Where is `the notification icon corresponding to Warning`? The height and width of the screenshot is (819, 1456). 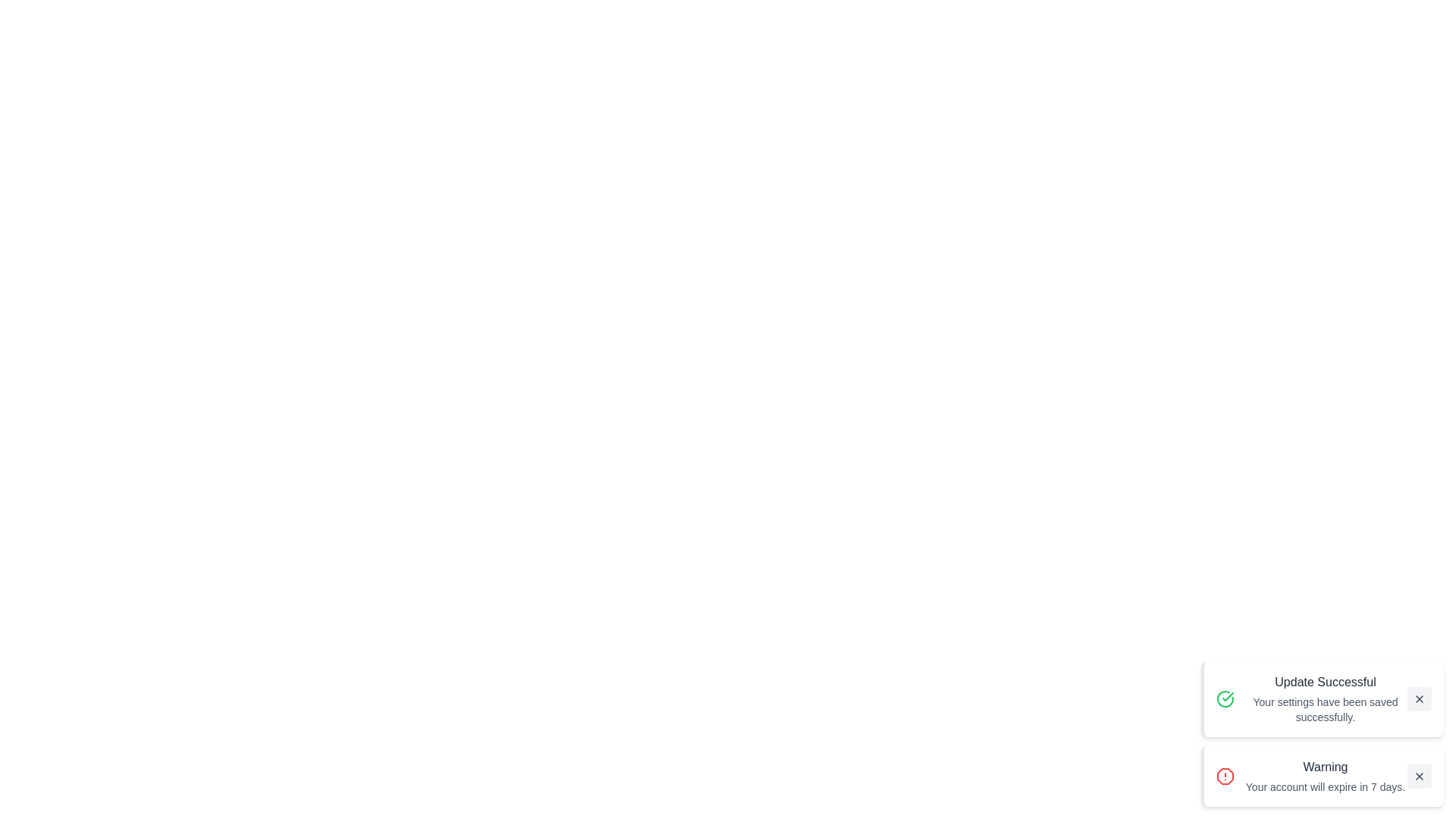
the notification icon corresponding to Warning is located at coordinates (1225, 776).